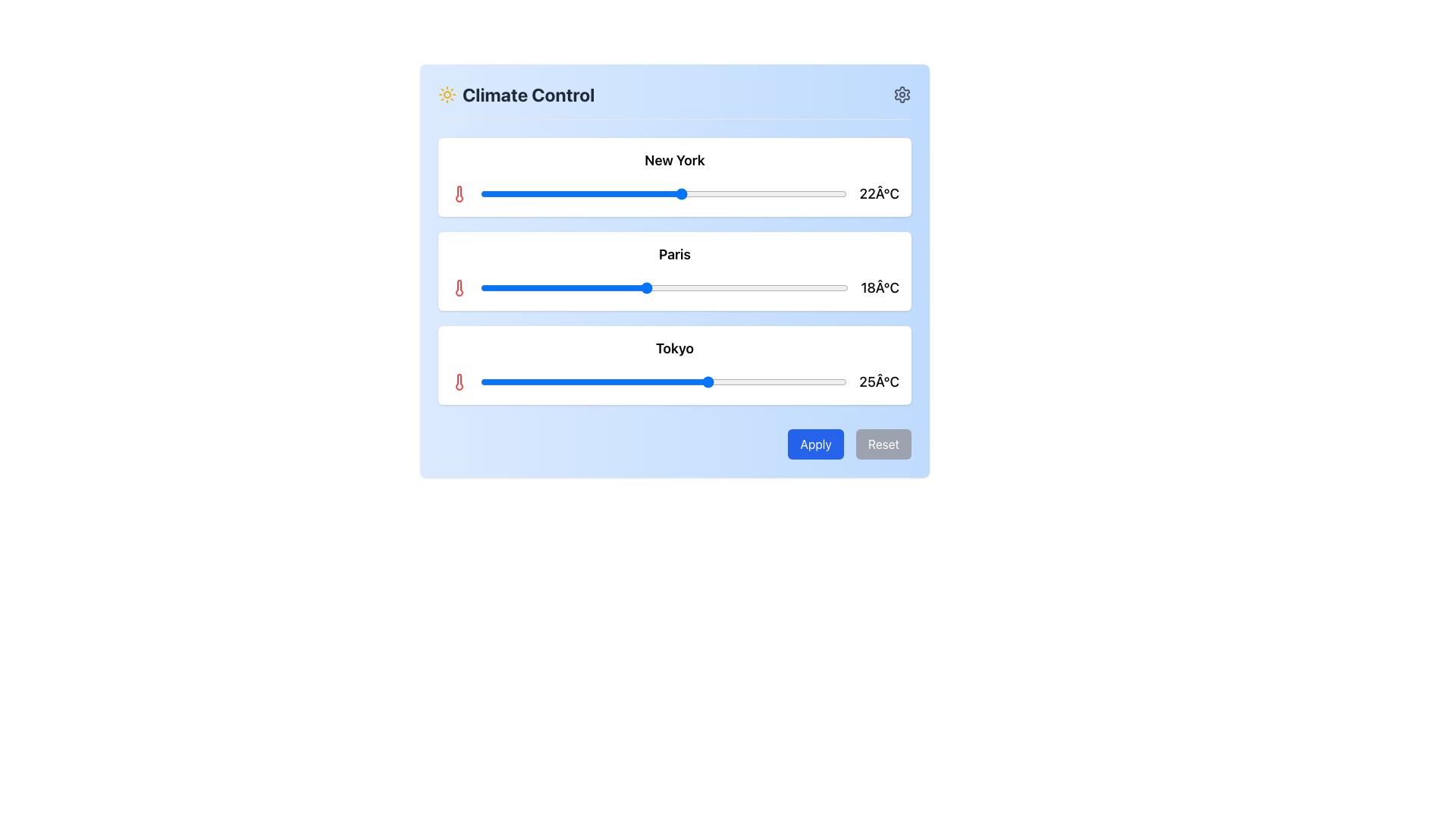  Describe the element at coordinates (719, 288) in the screenshot. I see `the temperature for Paris` at that location.